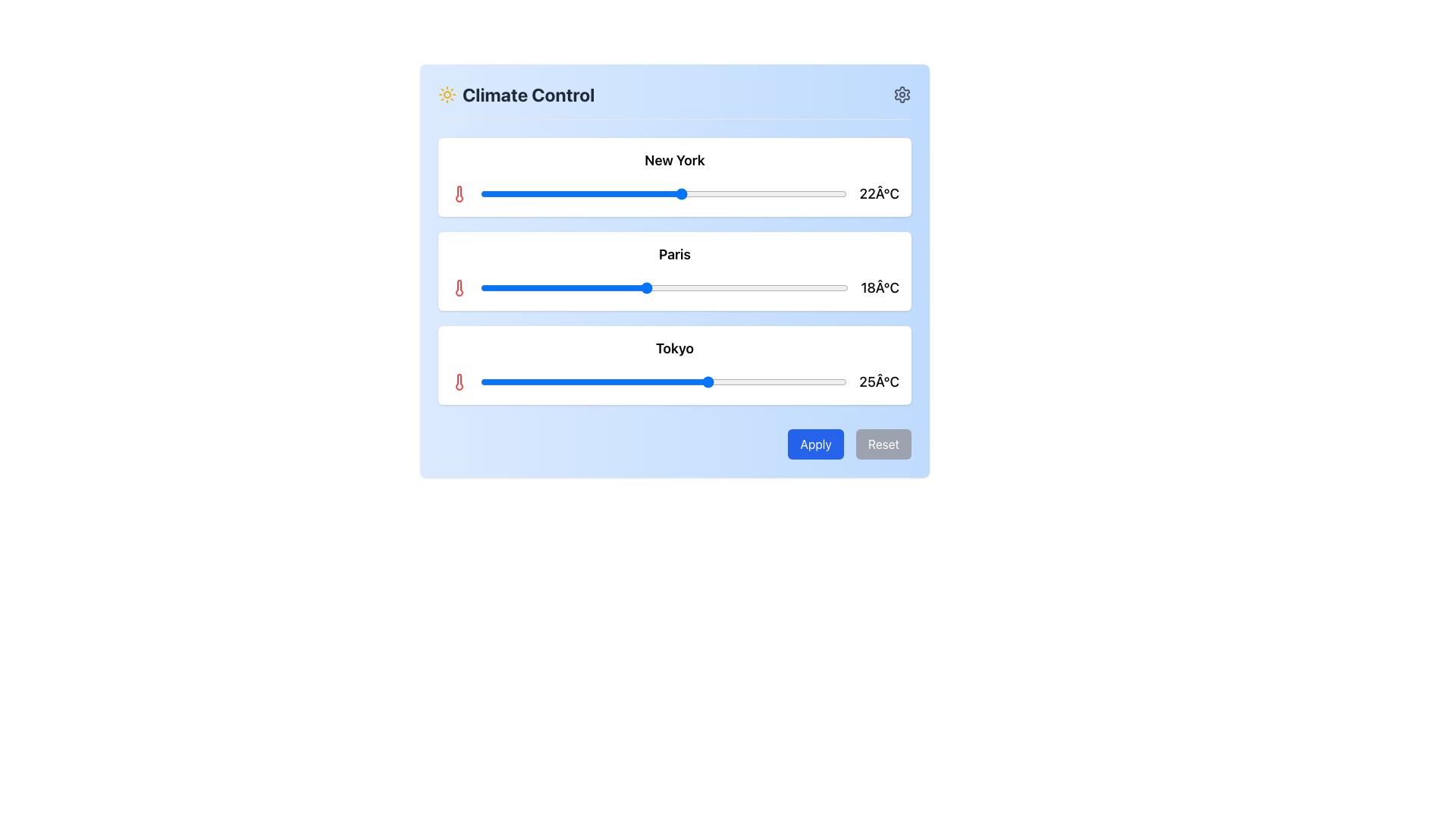  Describe the element at coordinates (719, 288) in the screenshot. I see `the temperature for Paris` at that location.